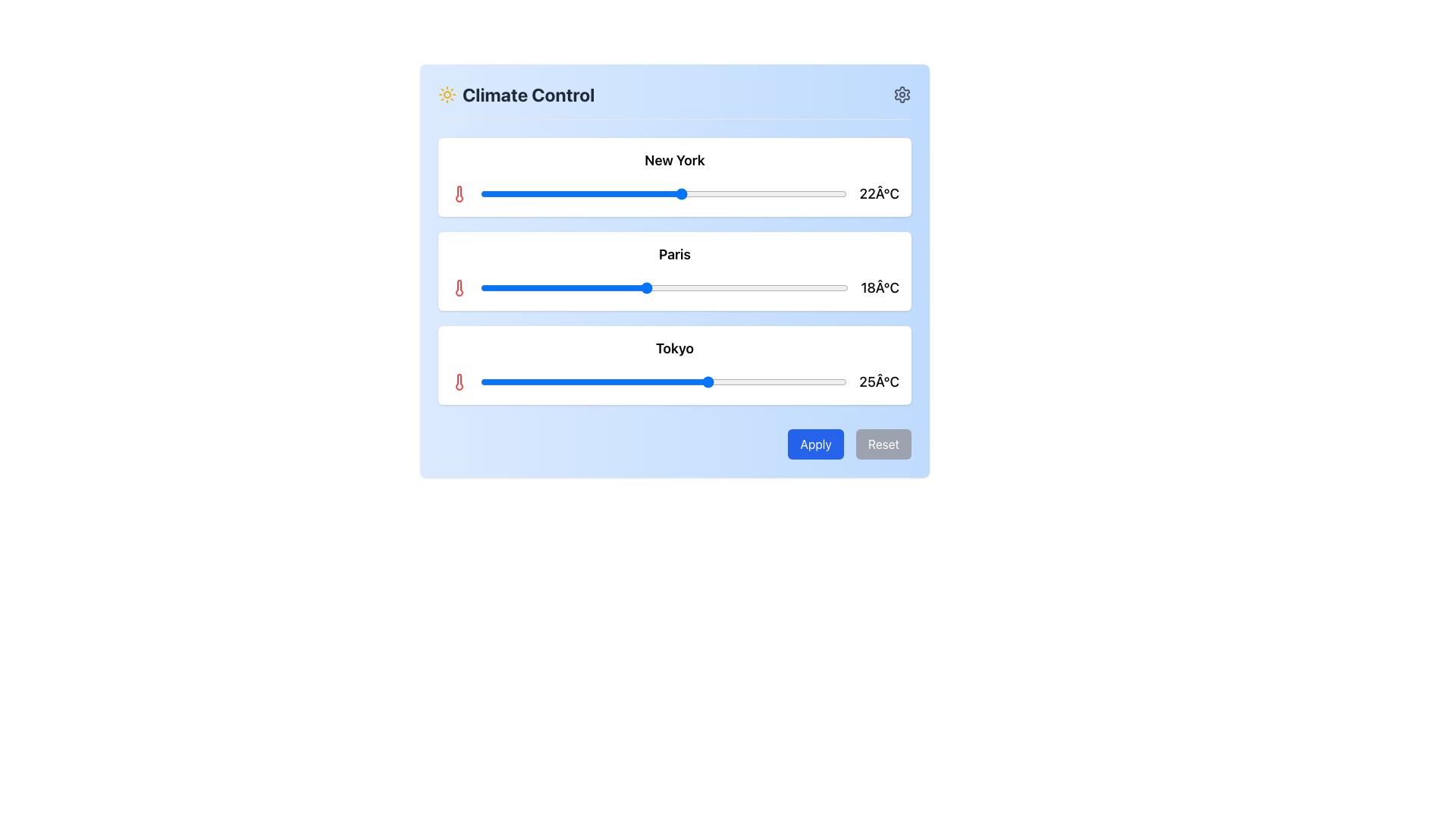  Describe the element at coordinates (719, 288) in the screenshot. I see `the temperature for Paris` at that location.